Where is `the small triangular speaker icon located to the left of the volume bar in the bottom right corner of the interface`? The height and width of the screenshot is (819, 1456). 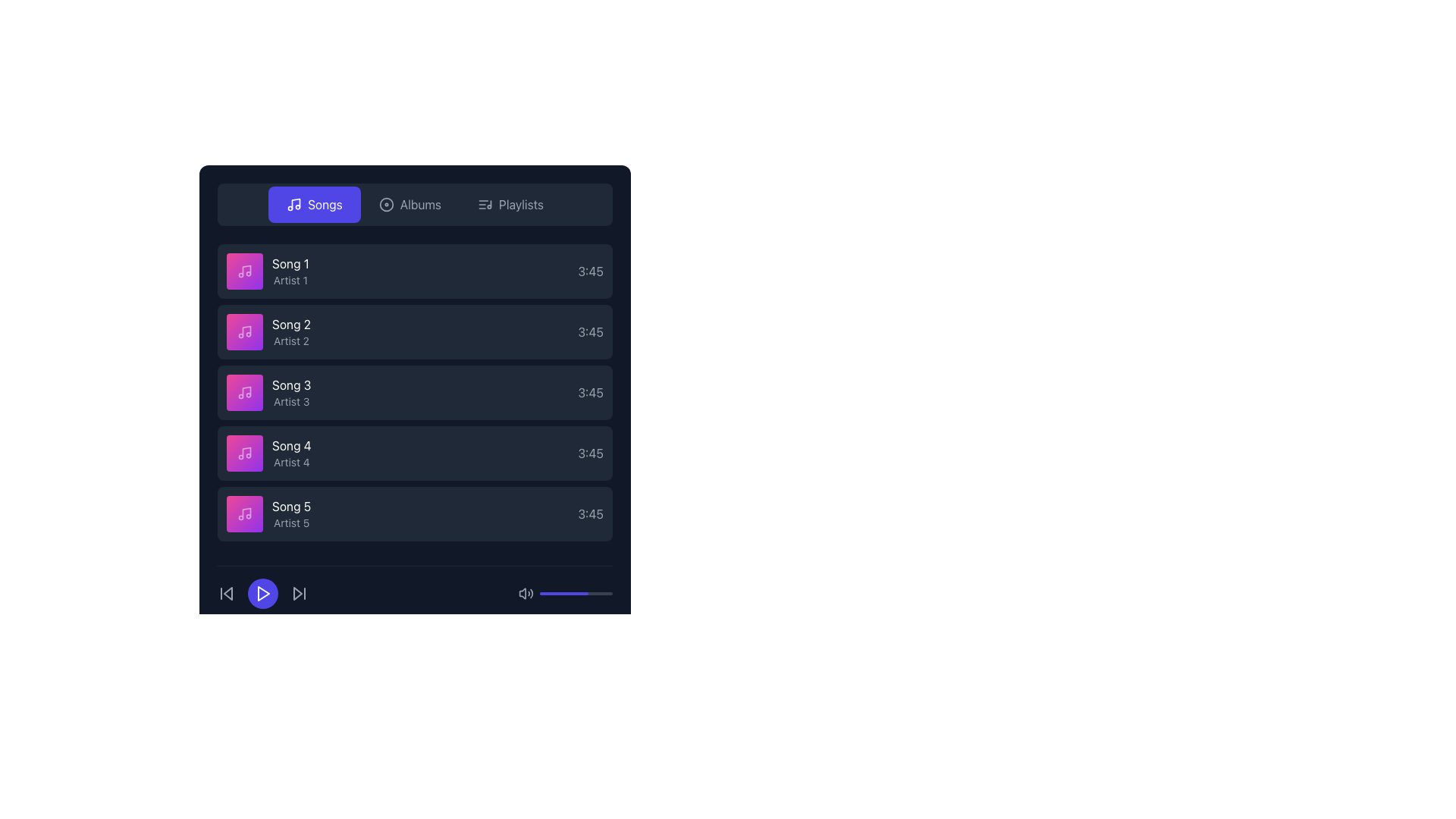 the small triangular speaker icon located to the left of the volume bar in the bottom right corner of the interface is located at coordinates (522, 593).